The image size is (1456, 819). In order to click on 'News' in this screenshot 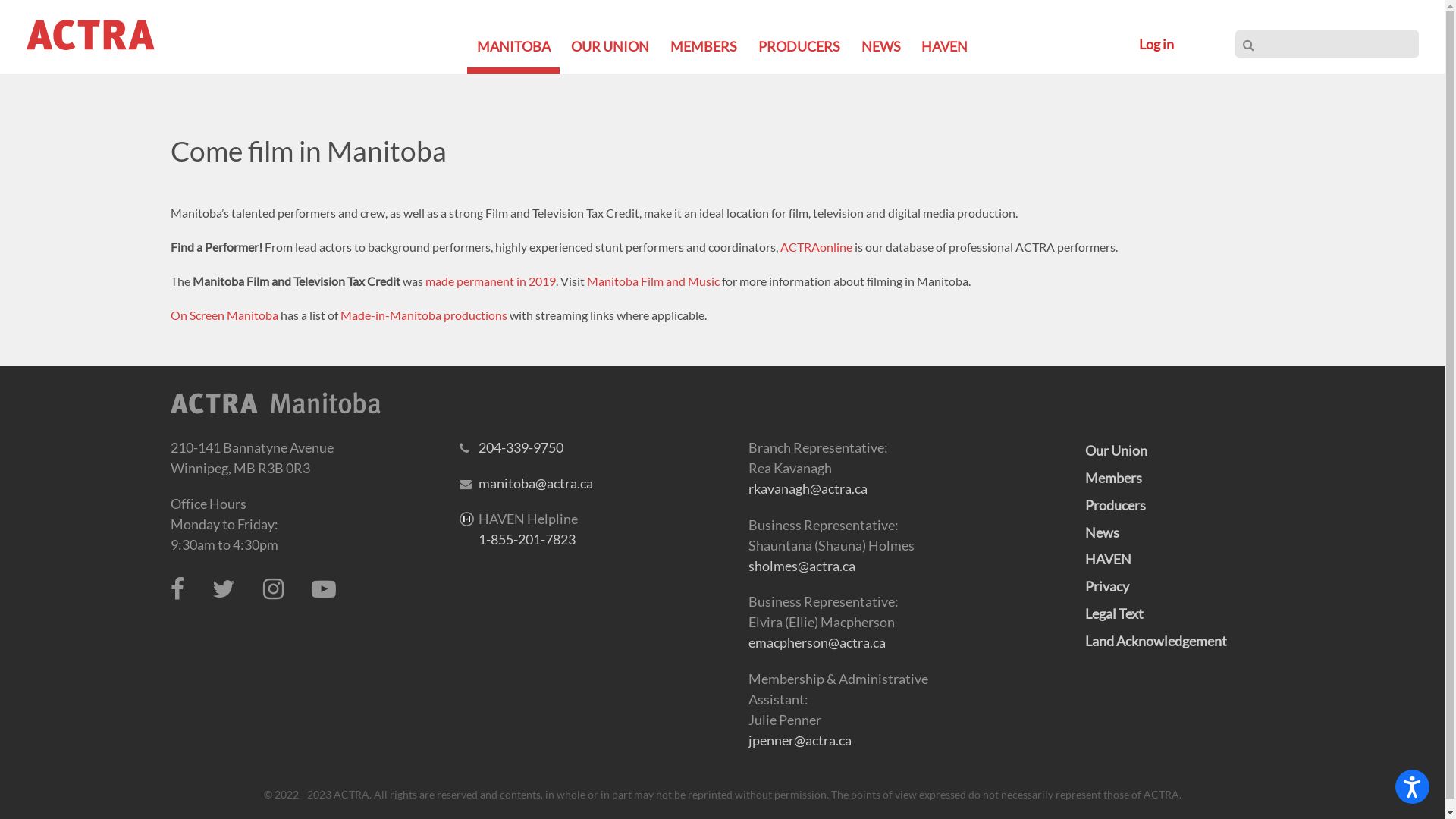, I will do `click(1101, 532)`.